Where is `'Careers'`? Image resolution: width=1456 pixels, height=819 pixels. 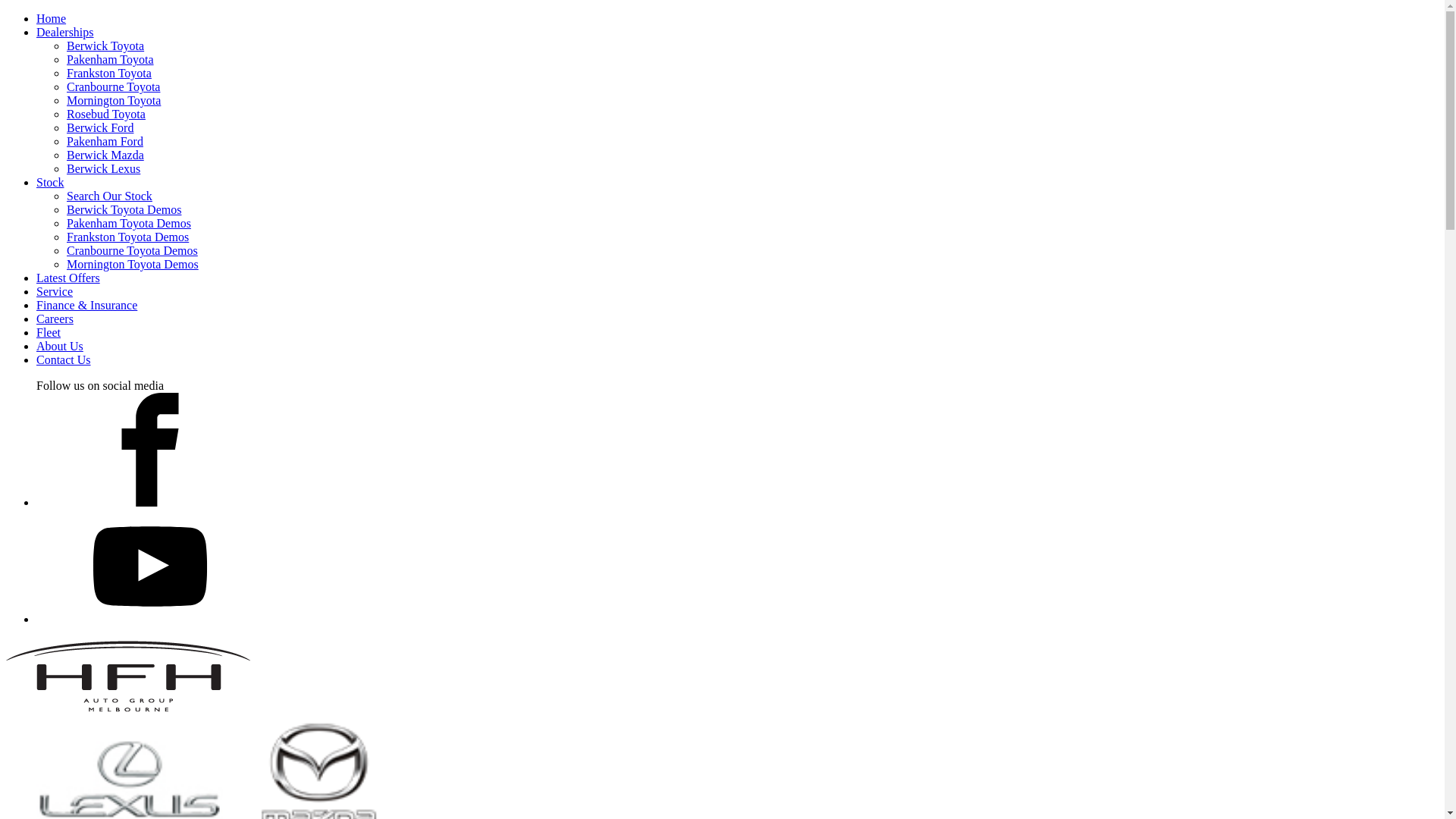
'Careers' is located at coordinates (55, 318).